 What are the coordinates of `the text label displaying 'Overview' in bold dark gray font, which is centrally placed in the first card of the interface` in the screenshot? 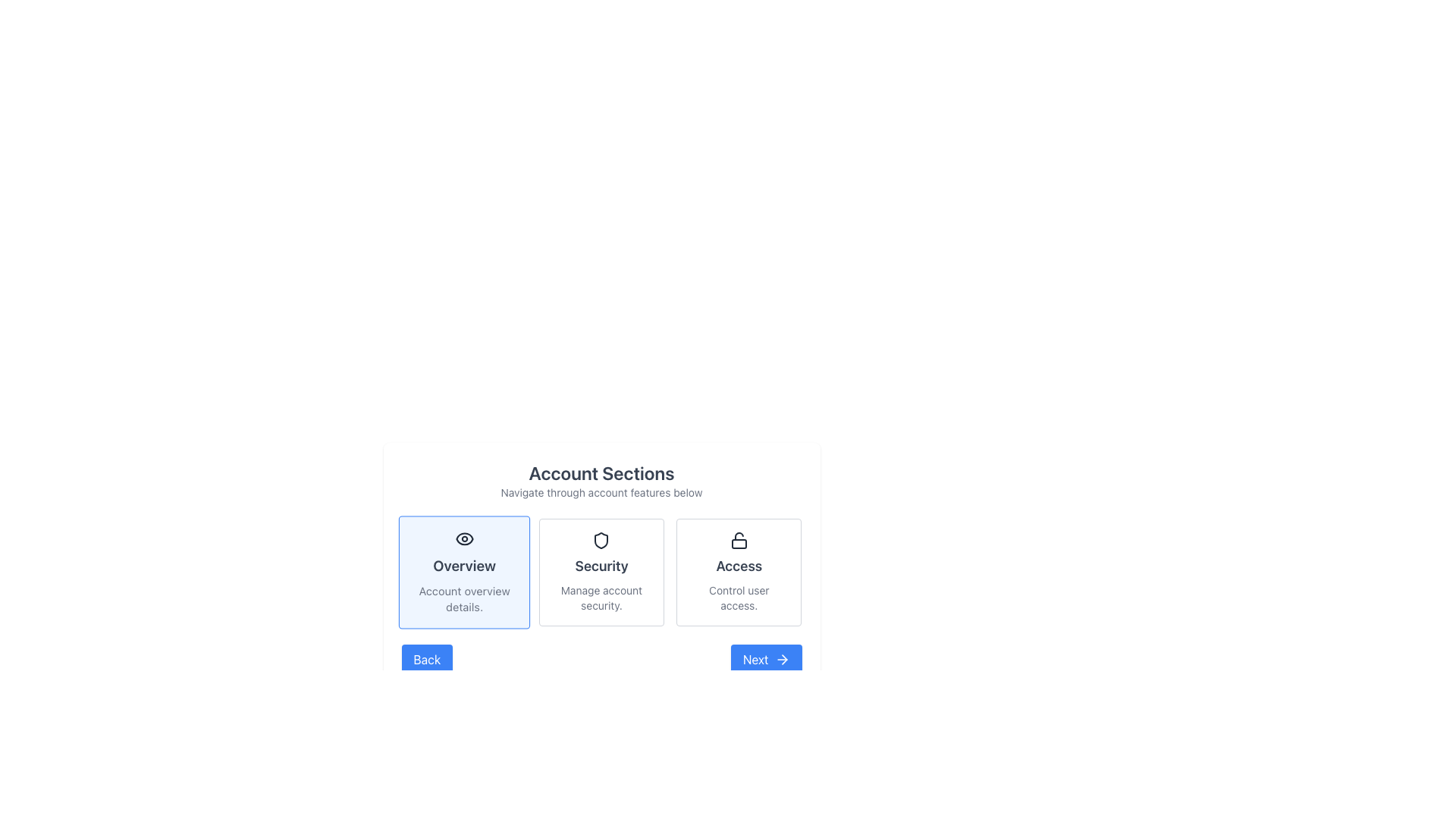 It's located at (463, 566).